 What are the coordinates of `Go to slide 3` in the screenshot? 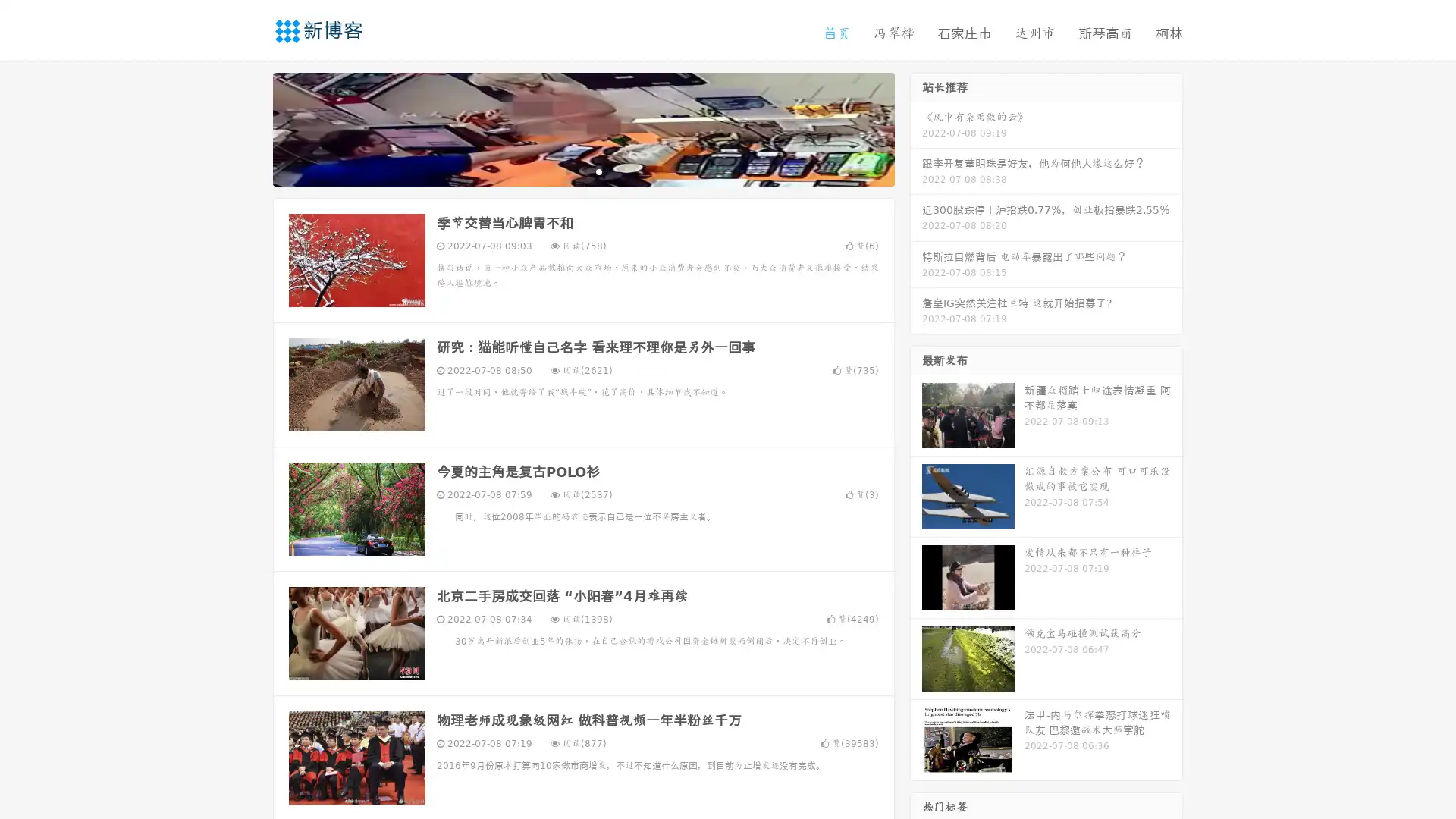 It's located at (598, 171).